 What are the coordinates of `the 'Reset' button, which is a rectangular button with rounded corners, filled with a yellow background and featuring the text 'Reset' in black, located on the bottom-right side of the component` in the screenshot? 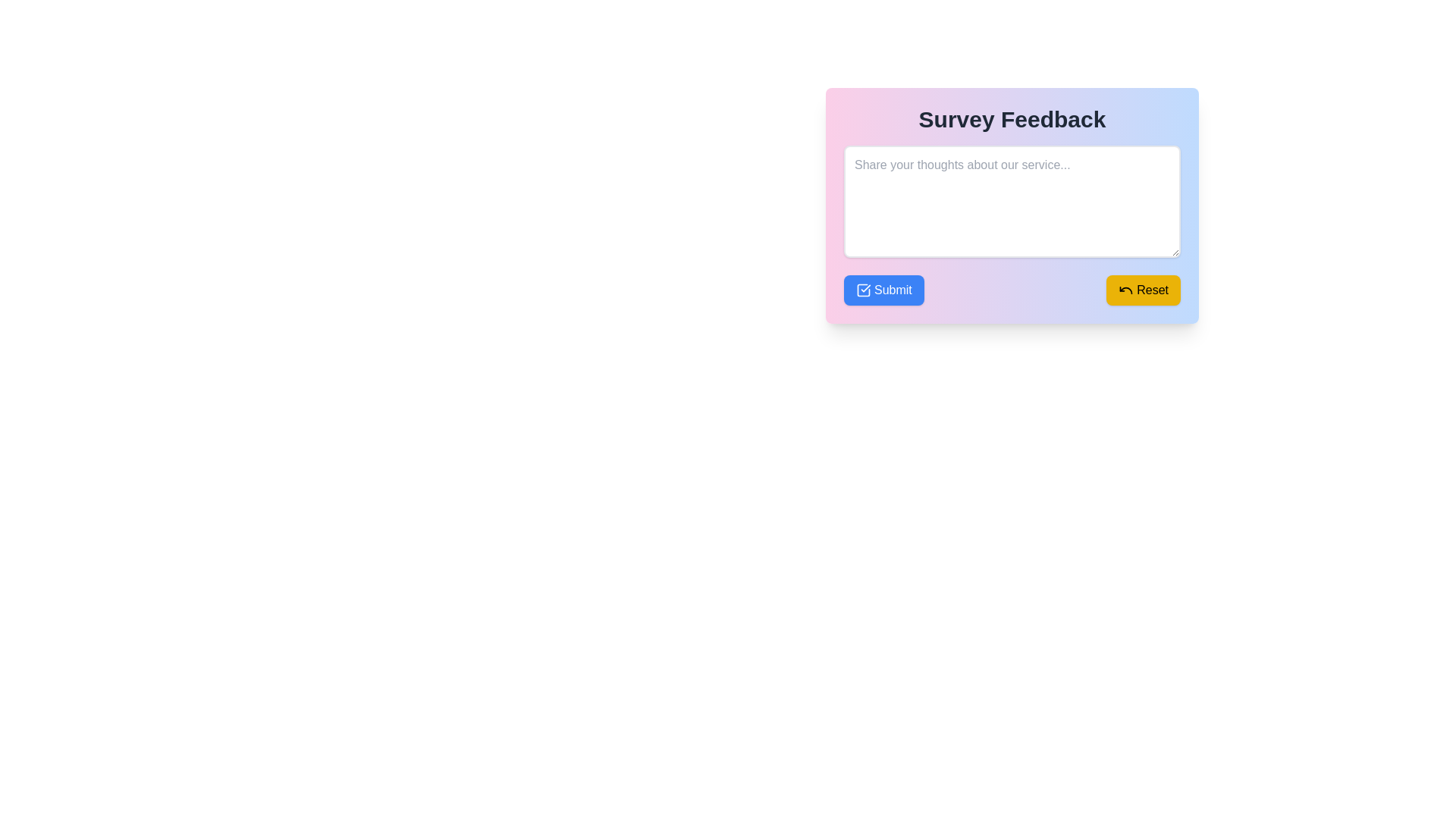 It's located at (1144, 290).